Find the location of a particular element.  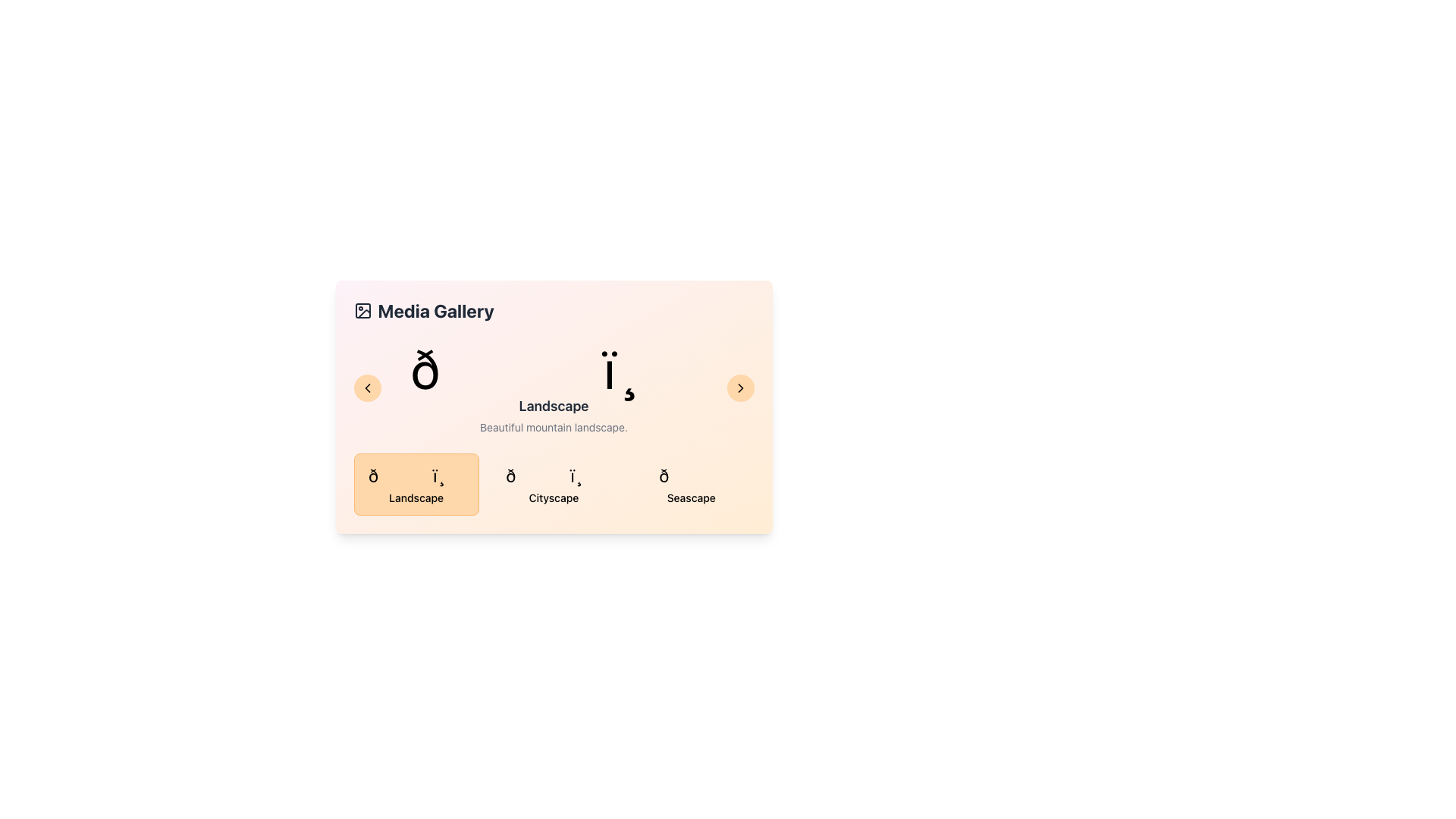

the rectangular button with a light orange background labeled 'Landscape' is located at coordinates (416, 485).